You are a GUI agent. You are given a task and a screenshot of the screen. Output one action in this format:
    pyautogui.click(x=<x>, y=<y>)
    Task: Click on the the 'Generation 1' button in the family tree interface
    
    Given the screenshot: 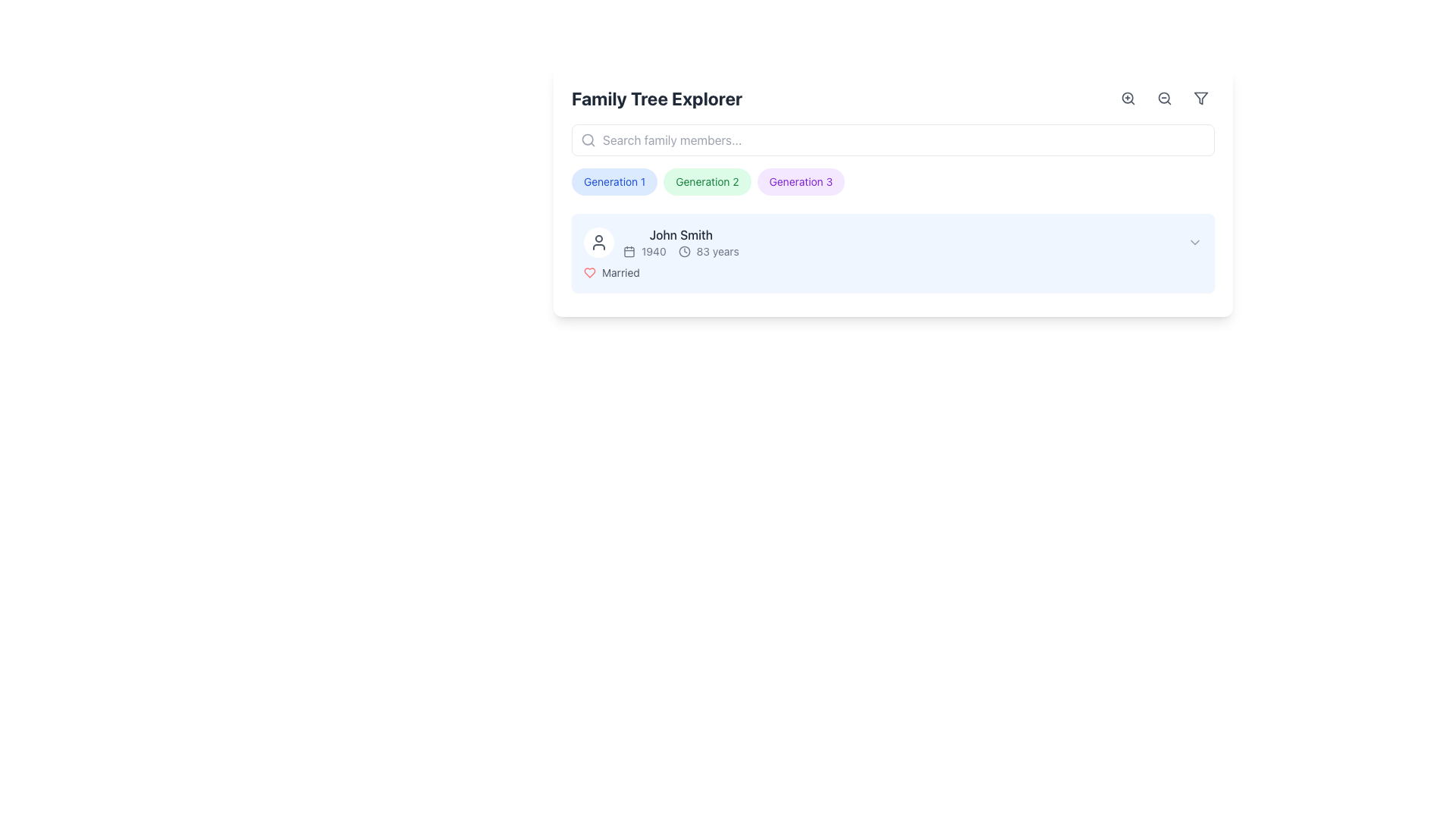 What is the action you would take?
    pyautogui.click(x=614, y=180)
    